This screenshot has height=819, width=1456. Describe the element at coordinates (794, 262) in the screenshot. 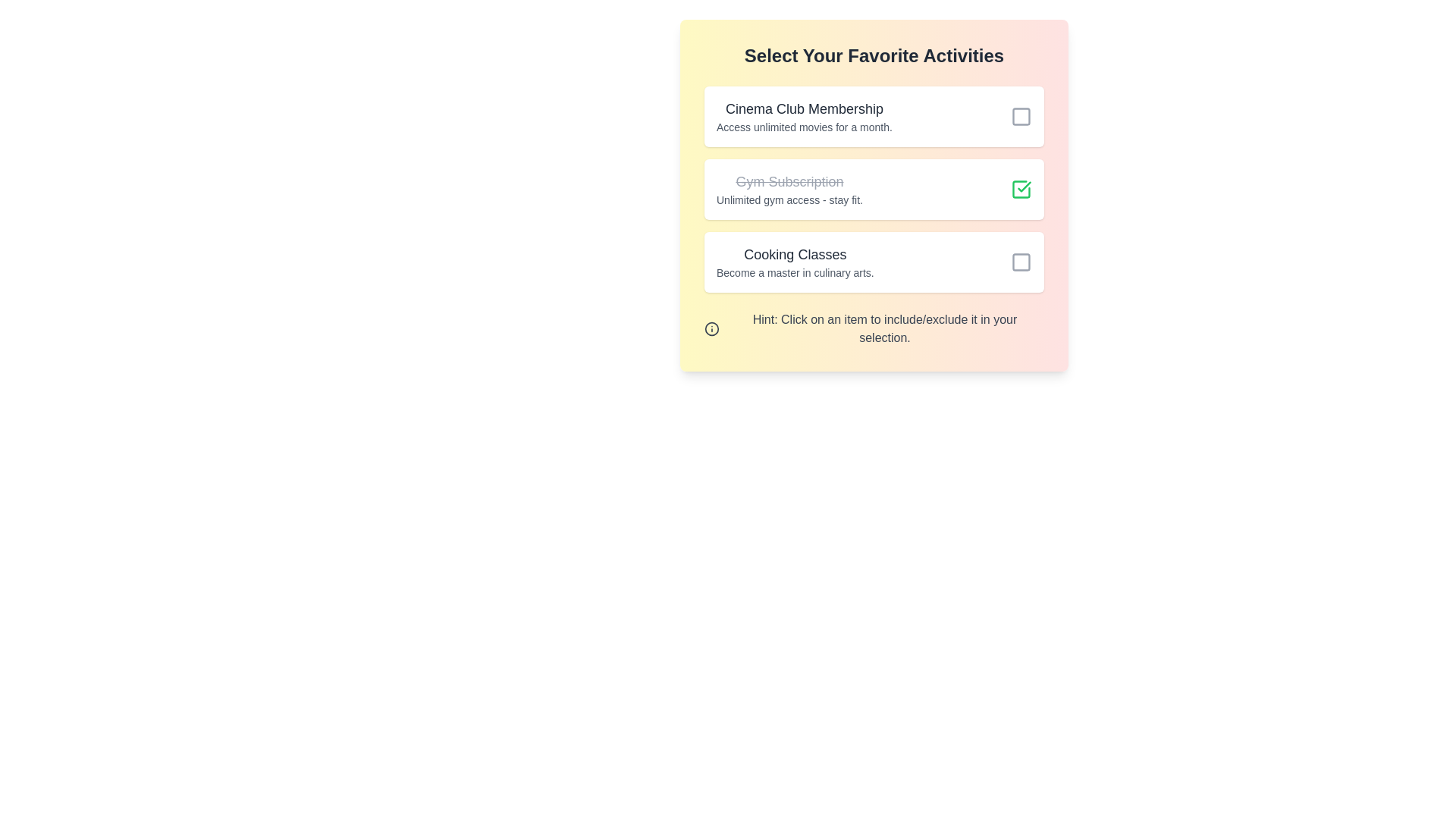

I see `the formatted text label for 'Cooking Classes', which is the third option in a vertical list on a light yellow background, aligned to the left` at that location.